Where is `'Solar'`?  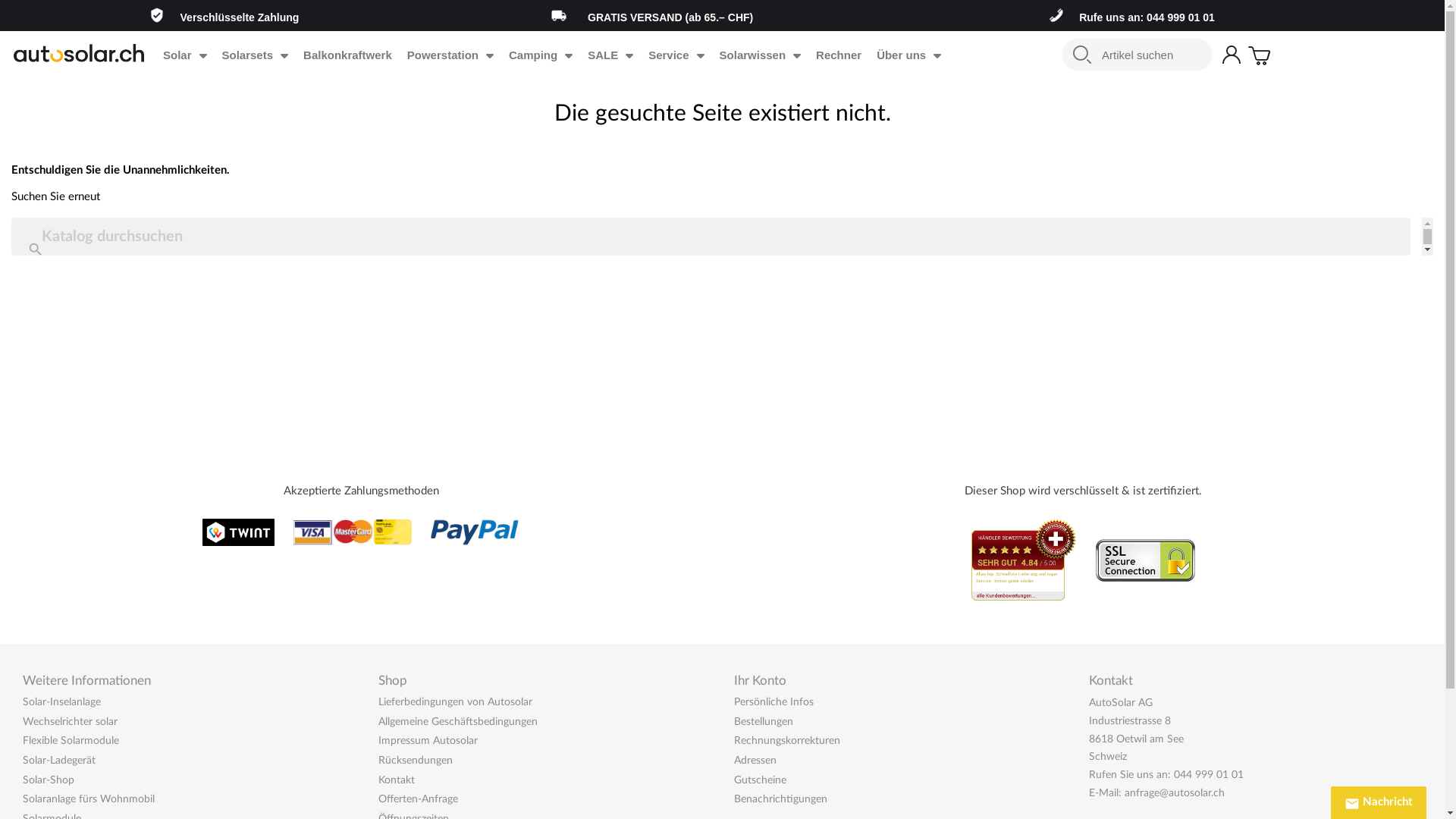
'Solar' is located at coordinates (184, 55).